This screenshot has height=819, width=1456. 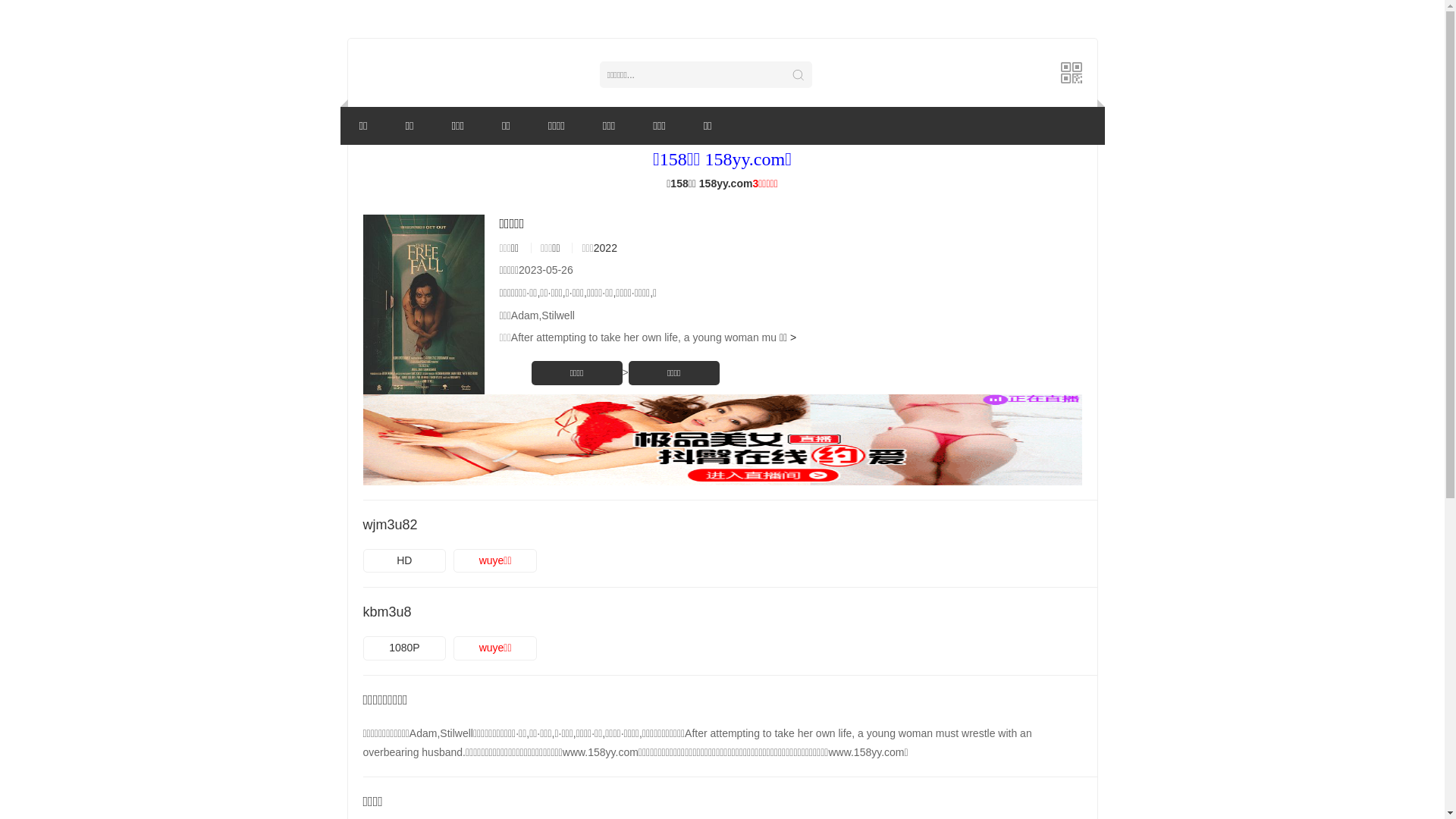 What do you see at coordinates (604, 247) in the screenshot?
I see `'2022'` at bounding box center [604, 247].